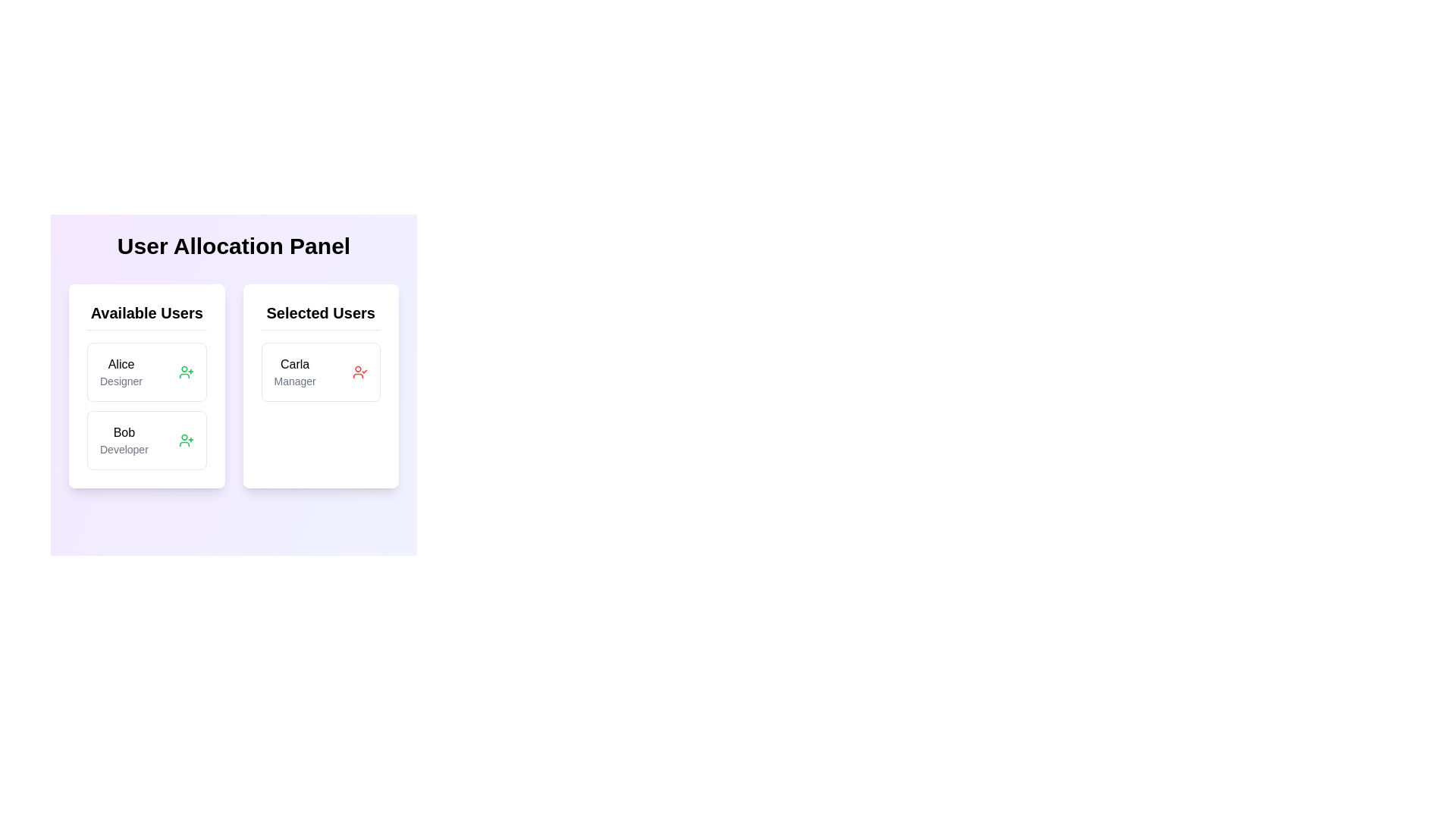 This screenshot has width=1456, height=819. I want to click on any interactive button within the composite panel containing two categorized lists labeled 'Available Users' and 'Selected Users' to transfer users, so click(233, 385).